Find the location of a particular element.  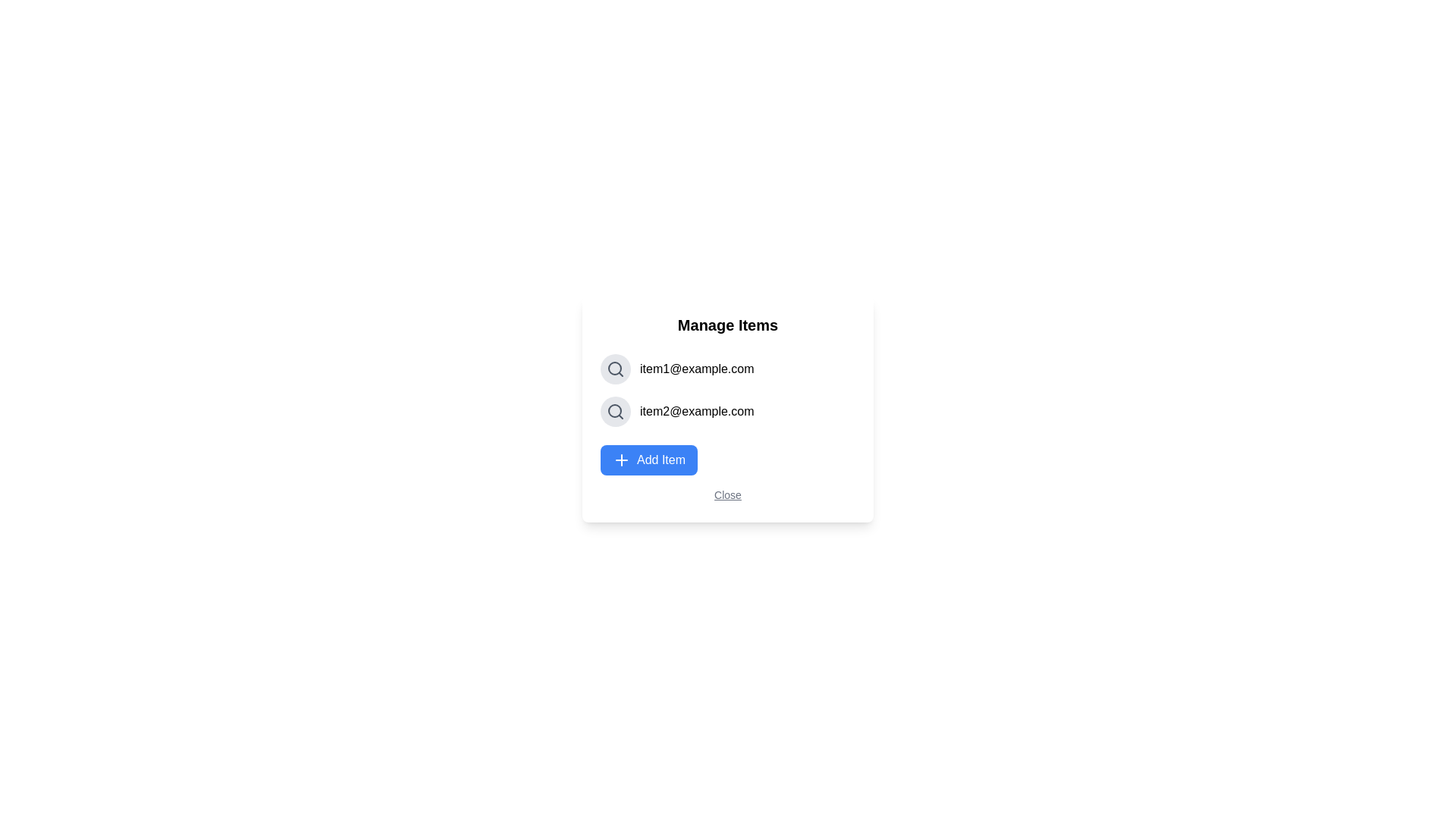

the 'Add Item' button is located at coordinates (648, 459).